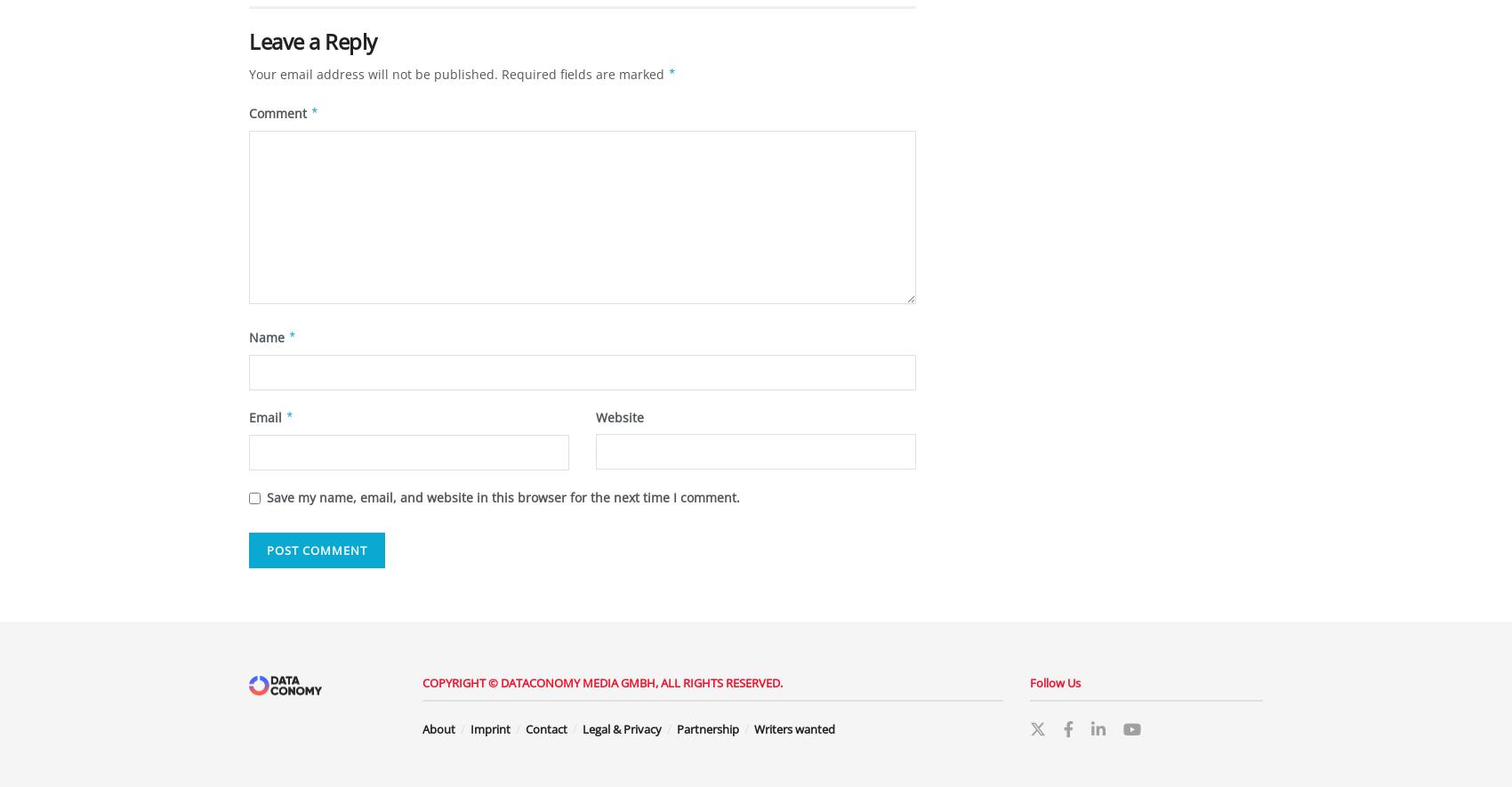 The image size is (1512, 787). I want to click on 'Imprint', so click(489, 727).